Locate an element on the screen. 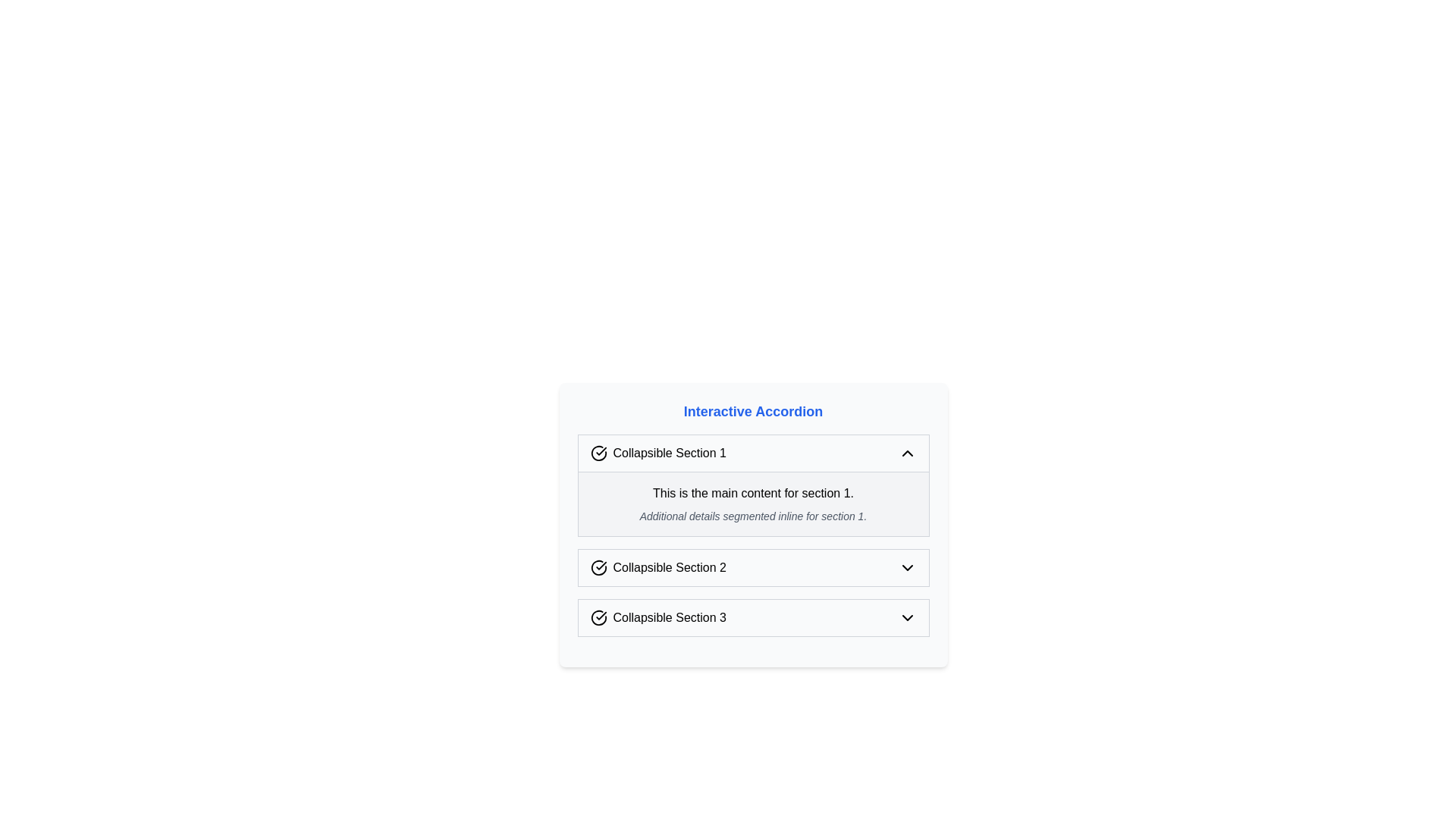  descriptive text of the Accordion panel titled 'Collapsible Section 1' which includes 'This is the main content for section 1.' and 'Additional details segmented inline for section 1.' is located at coordinates (753, 485).